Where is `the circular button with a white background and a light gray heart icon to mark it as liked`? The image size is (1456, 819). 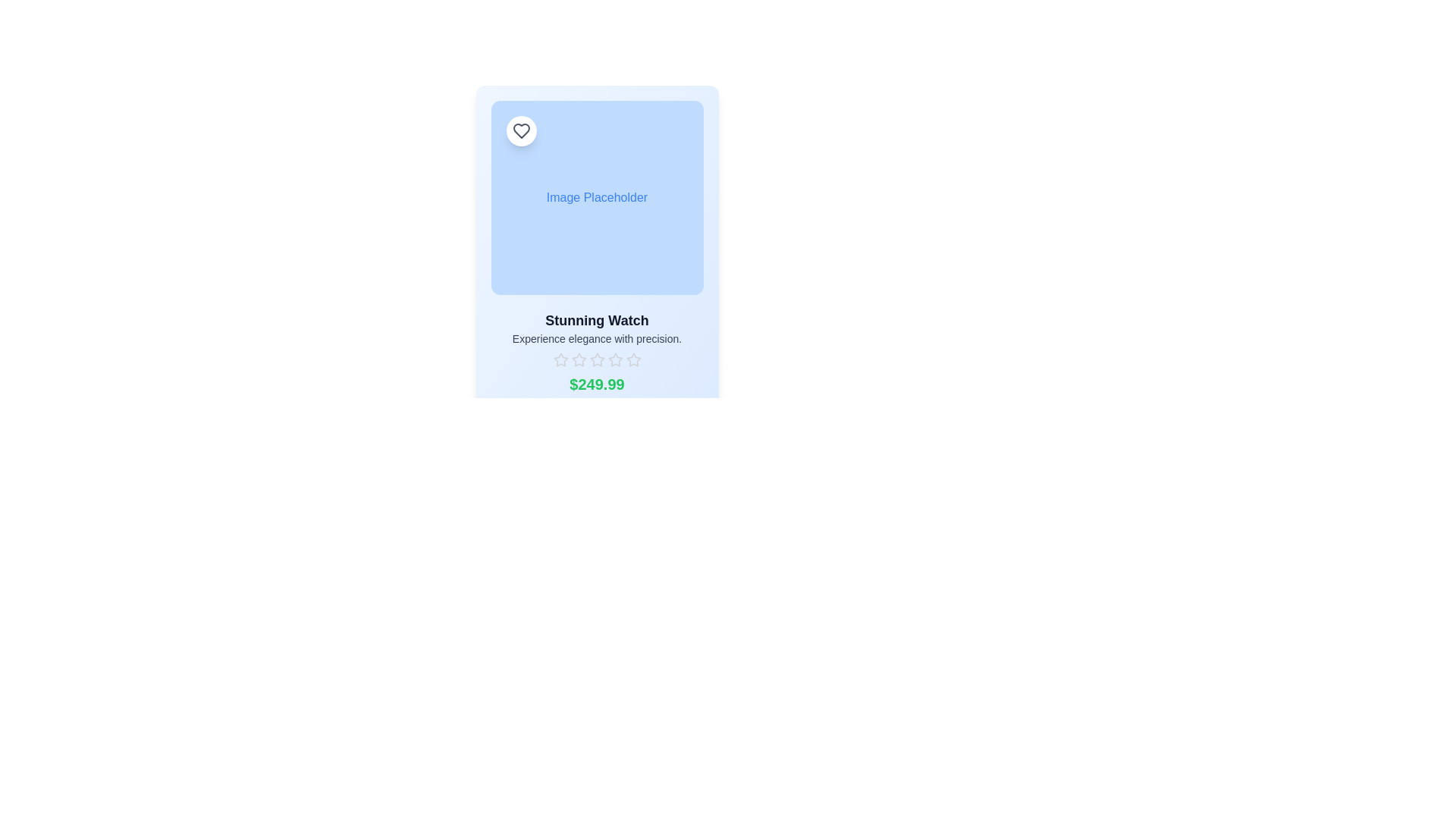
the circular button with a white background and a light gray heart icon to mark it as liked is located at coordinates (521, 130).